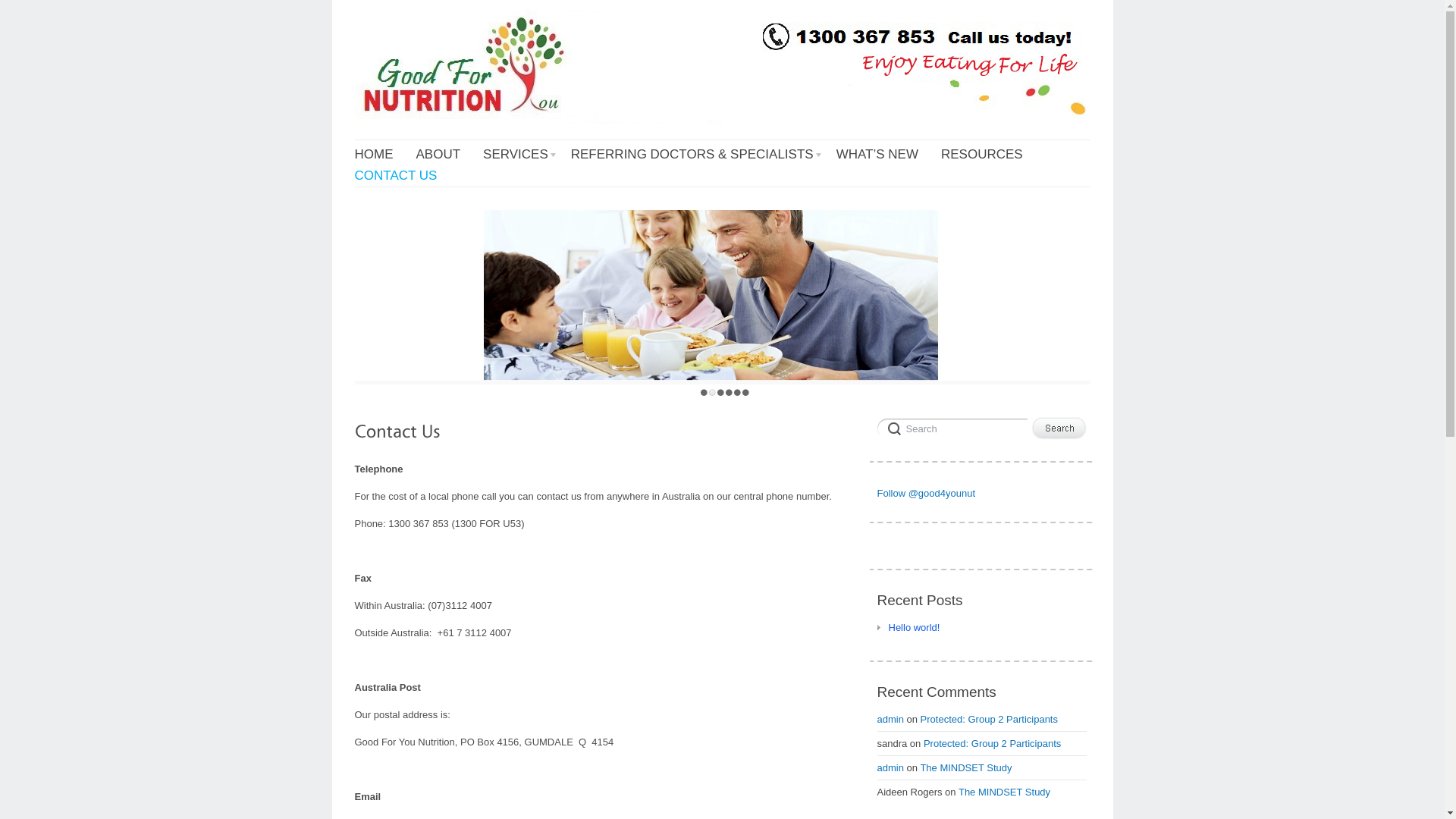  What do you see at coordinates (396, 174) in the screenshot?
I see `'CONTACT US'` at bounding box center [396, 174].